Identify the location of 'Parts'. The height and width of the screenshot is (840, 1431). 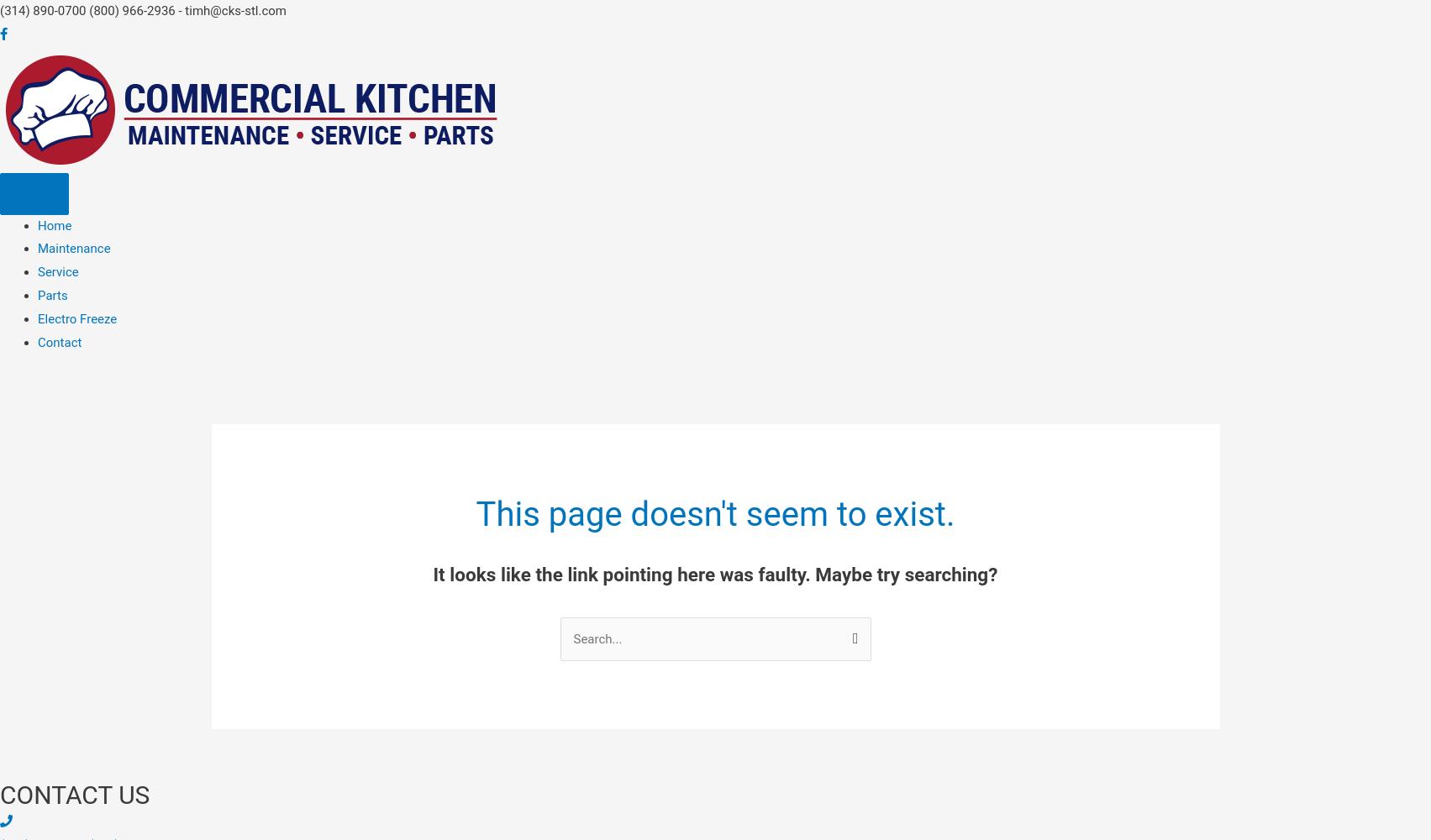
(52, 295).